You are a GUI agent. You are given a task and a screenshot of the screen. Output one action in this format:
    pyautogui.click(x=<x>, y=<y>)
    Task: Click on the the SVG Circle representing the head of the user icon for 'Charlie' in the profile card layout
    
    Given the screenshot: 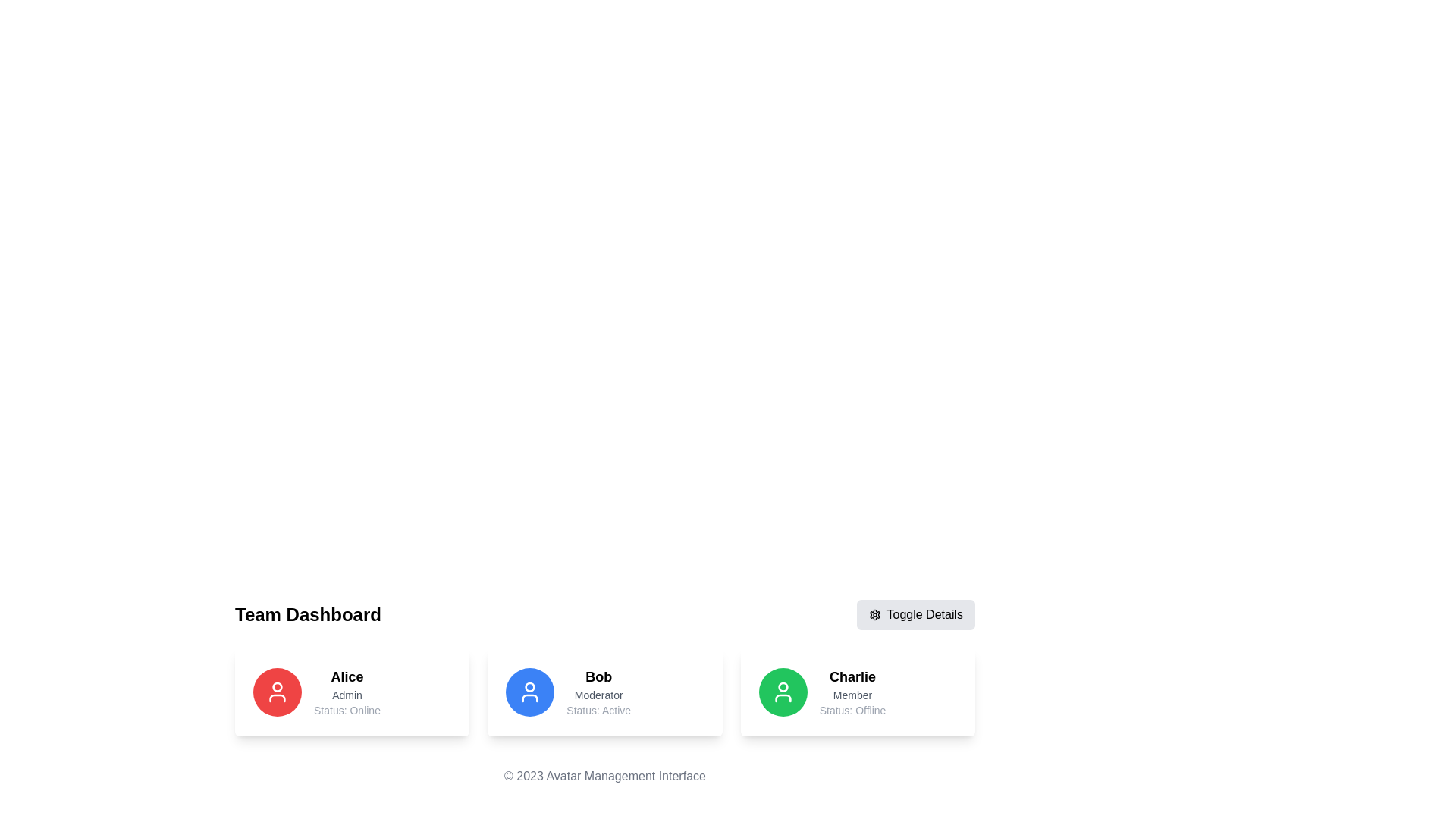 What is the action you would take?
    pyautogui.click(x=783, y=687)
    